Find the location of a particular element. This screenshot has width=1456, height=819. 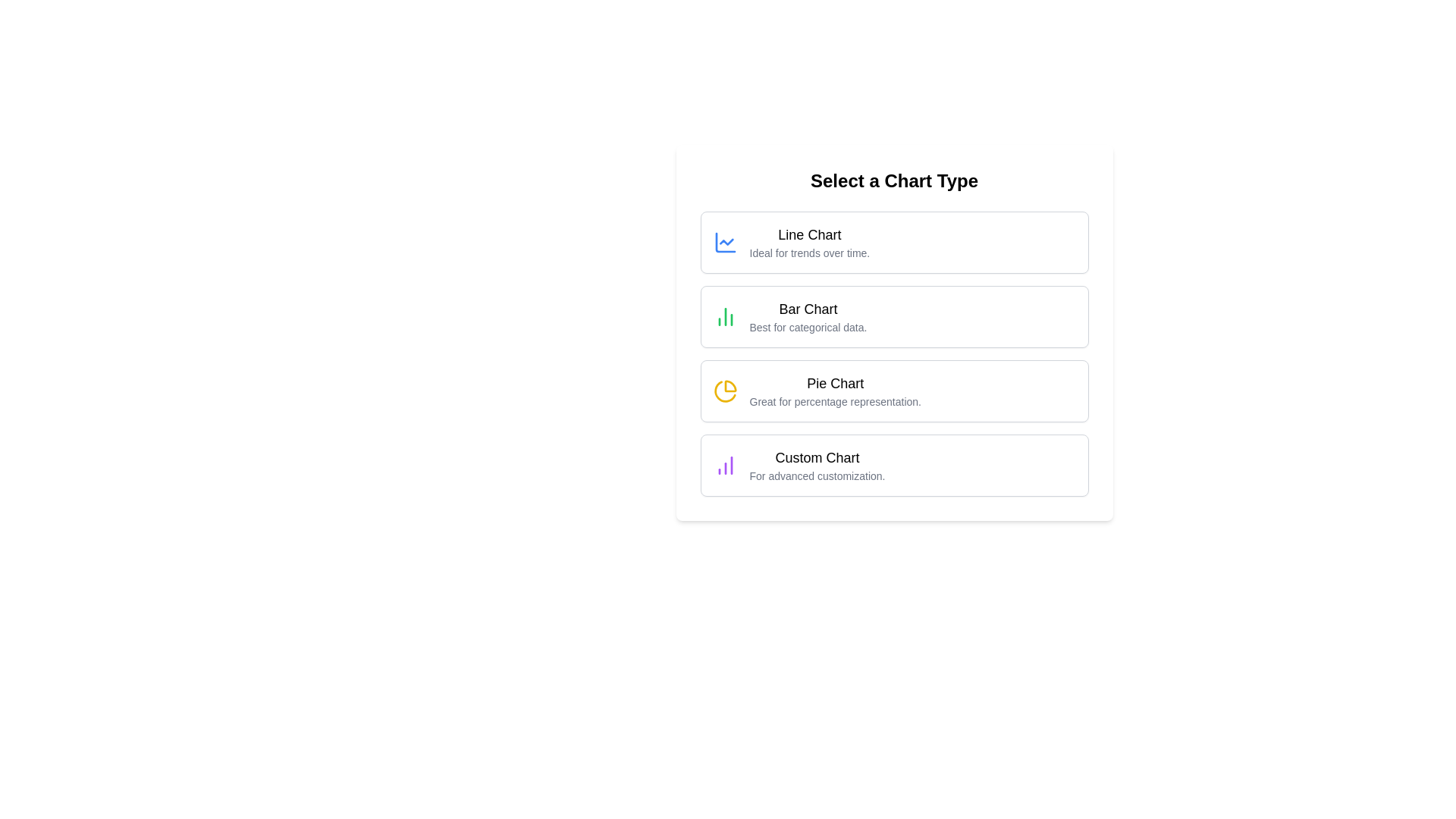

the 'Line Chart' text label within the interactive card that is positioned under the 'Select a Chart Type' header, located to the right of the blue line chart icon is located at coordinates (808, 242).